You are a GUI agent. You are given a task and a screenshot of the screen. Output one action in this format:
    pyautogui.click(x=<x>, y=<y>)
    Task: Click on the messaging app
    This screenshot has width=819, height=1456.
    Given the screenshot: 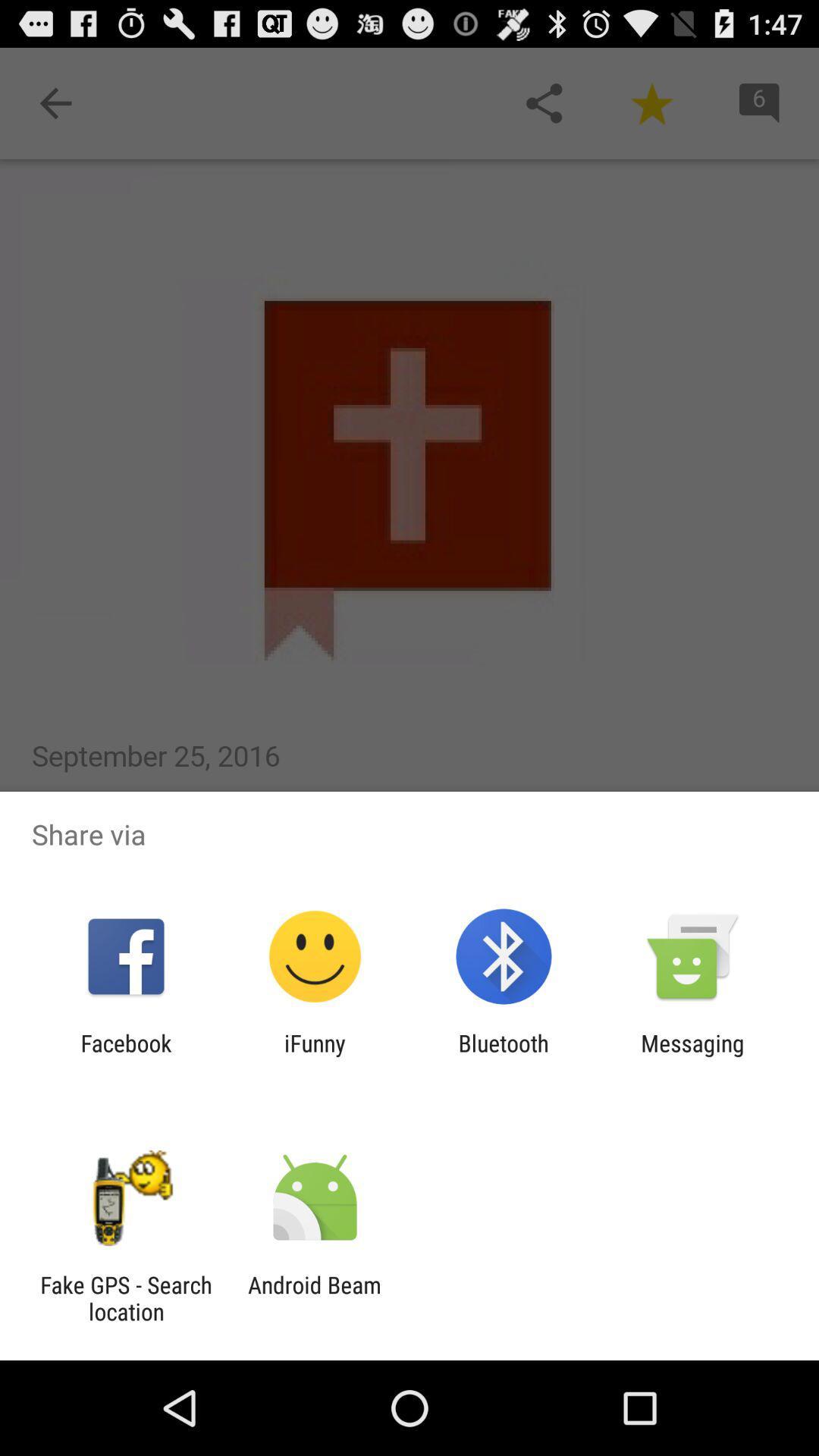 What is the action you would take?
    pyautogui.click(x=692, y=1056)
    